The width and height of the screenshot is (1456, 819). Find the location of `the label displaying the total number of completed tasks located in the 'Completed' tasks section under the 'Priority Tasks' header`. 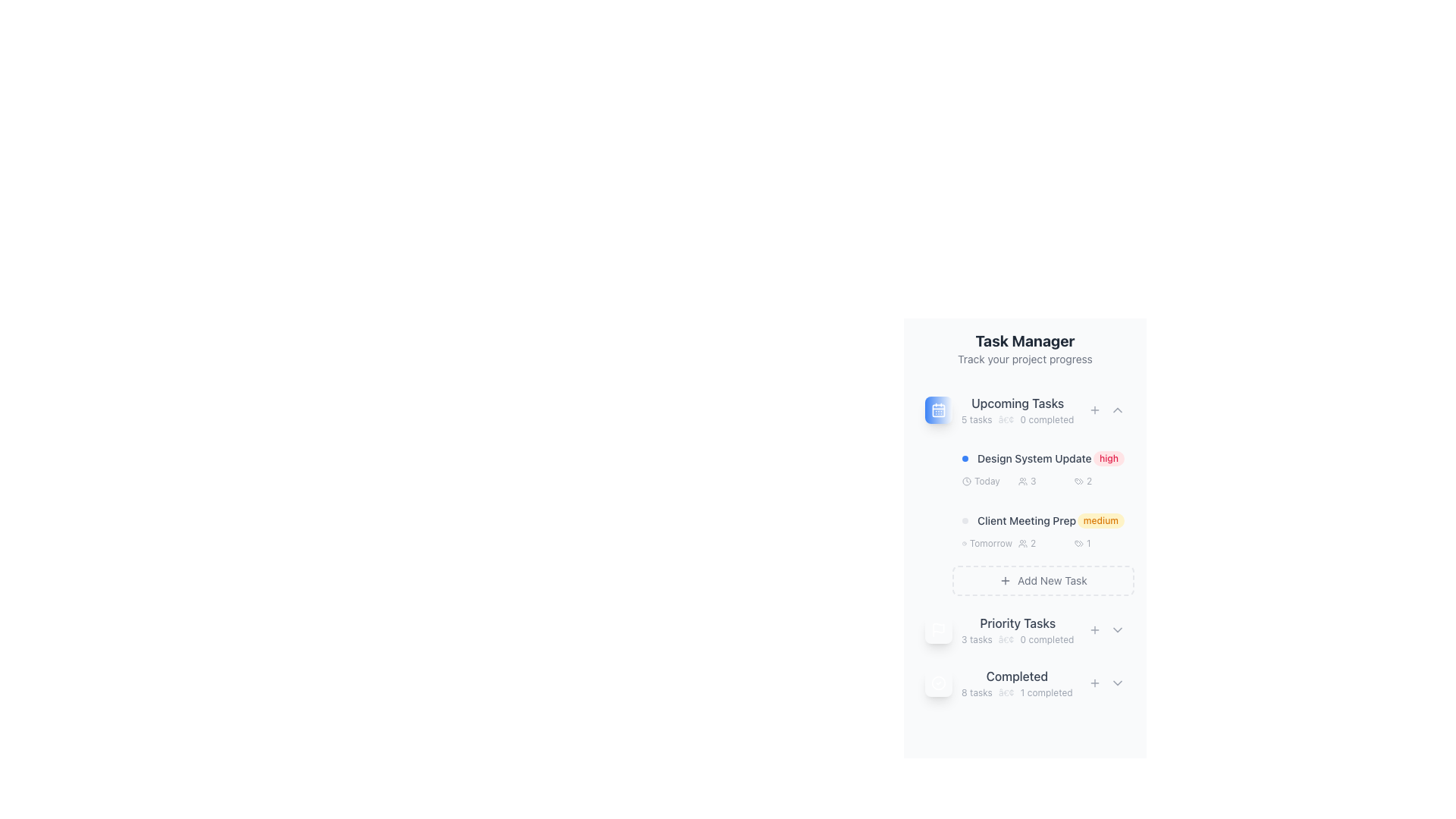

the label displaying the total number of completed tasks located in the 'Completed' tasks section under the 'Priority Tasks' header is located at coordinates (977, 693).